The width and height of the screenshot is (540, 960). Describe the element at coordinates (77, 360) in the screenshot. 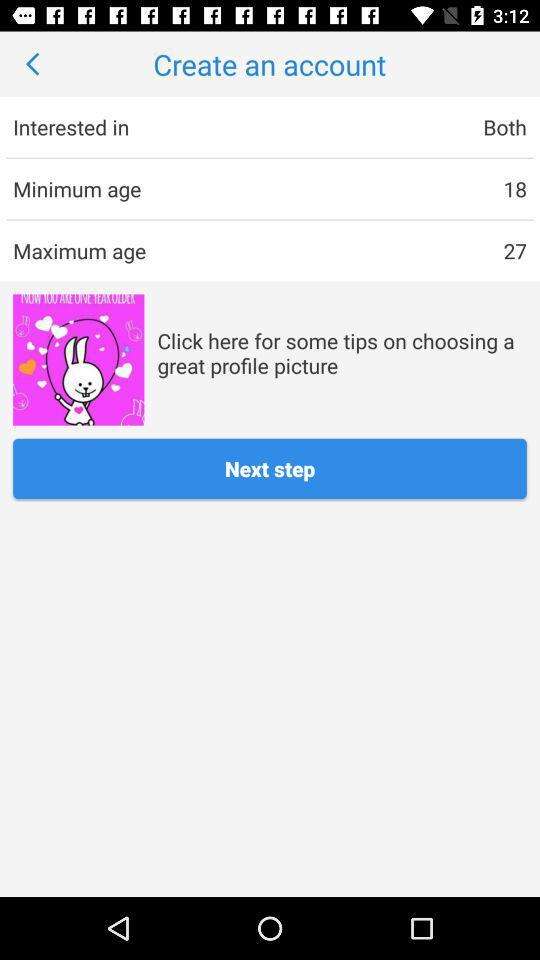

I see `app below maximum age item` at that location.